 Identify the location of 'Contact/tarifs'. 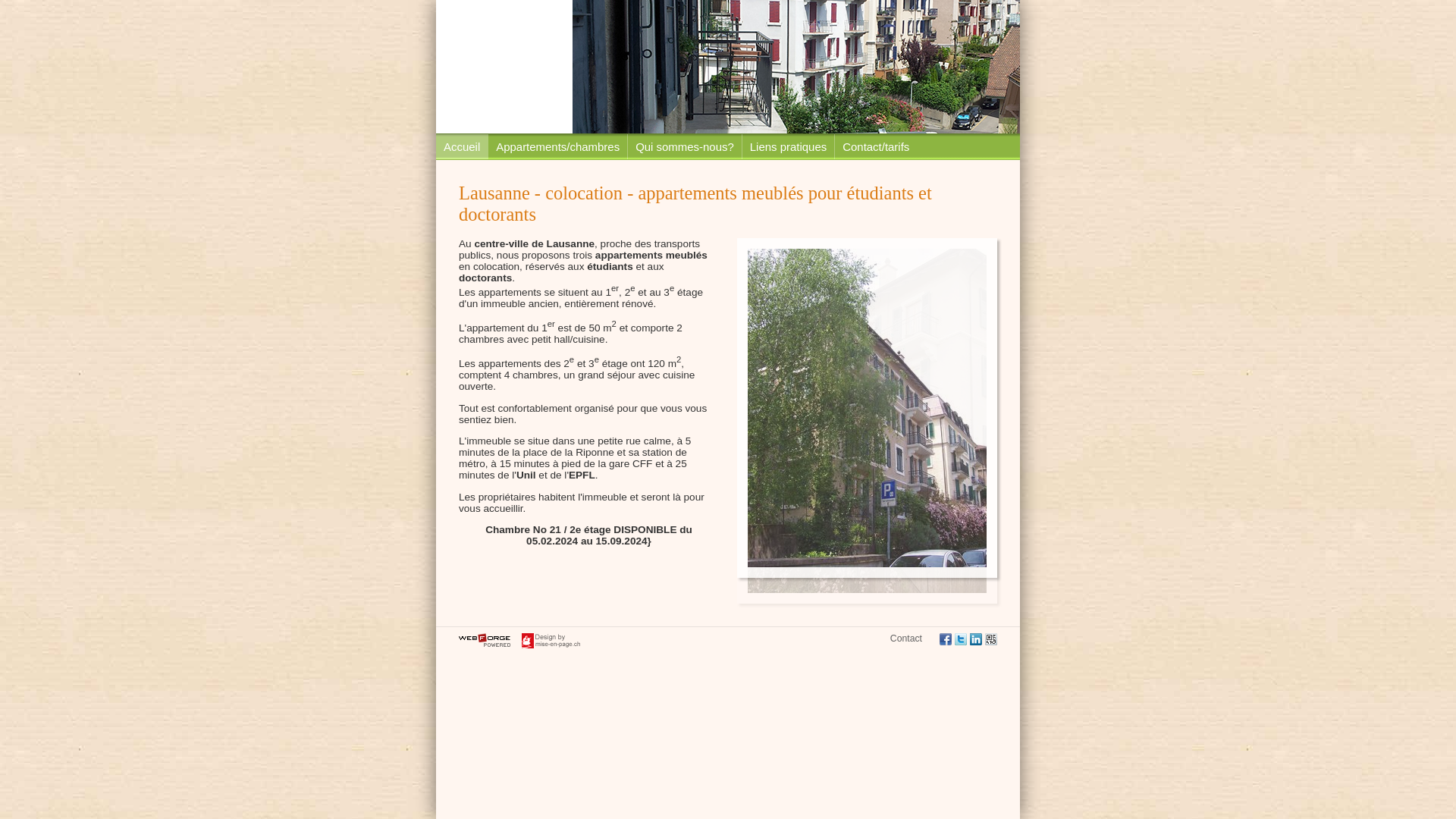
(875, 146).